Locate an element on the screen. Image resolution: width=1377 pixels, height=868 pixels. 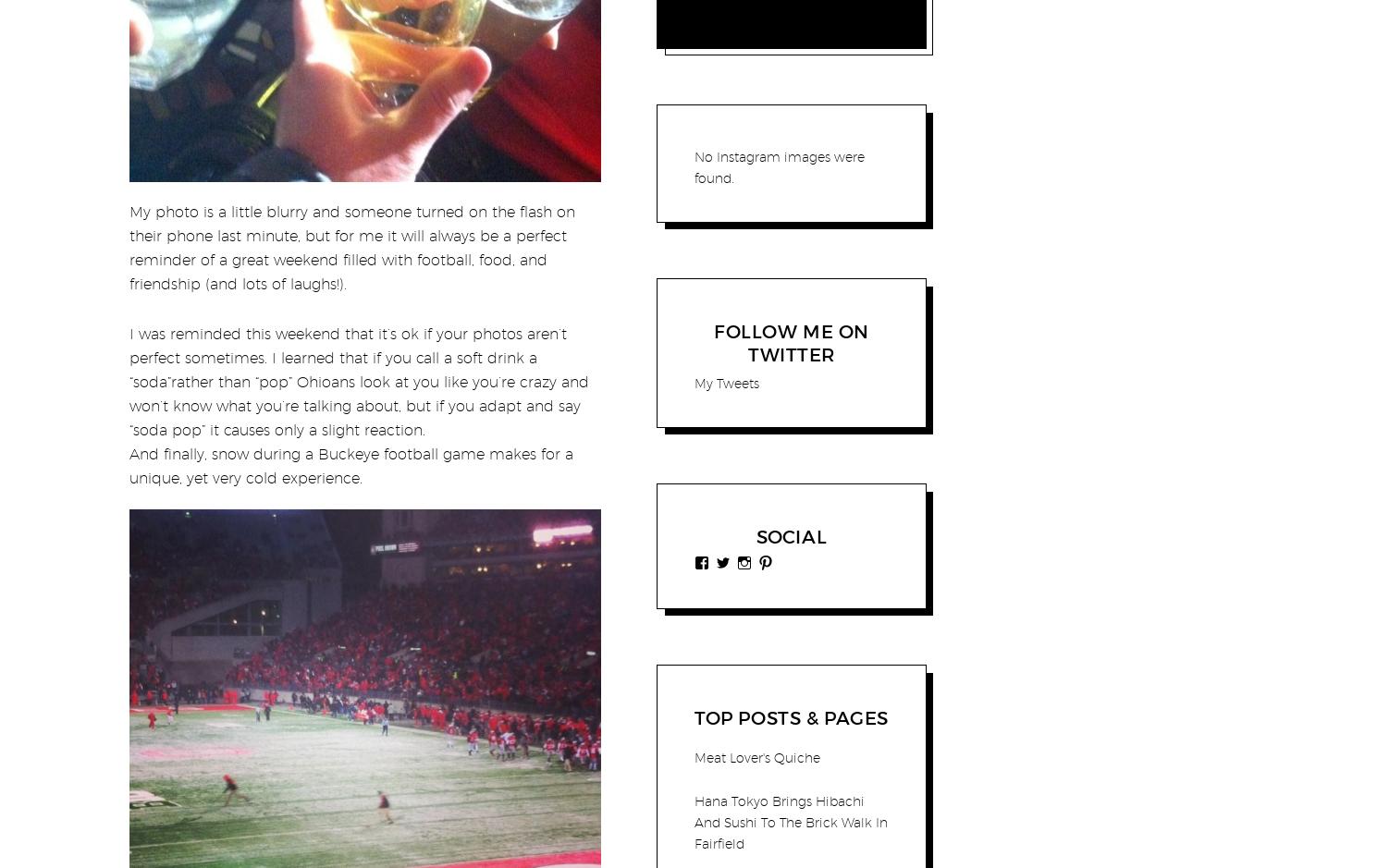
'Food For Thought: Penny Candy And A Corner Store' is located at coordinates (1046, 417).